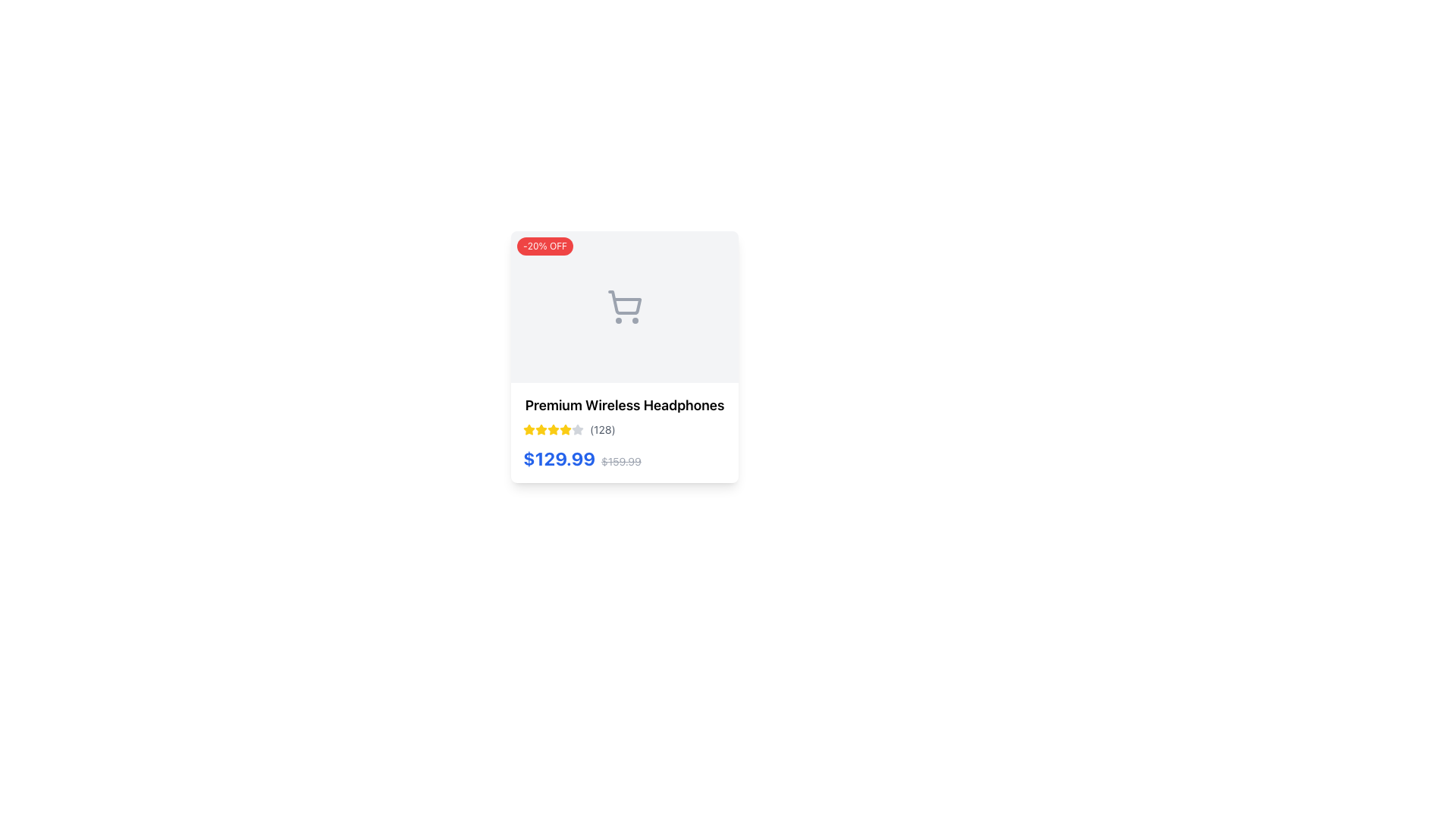 This screenshot has height=819, width=1456. I want to click on the yellow star icon, which is the third in a sequence of five star icons used for rating on the product information card, so click(541, 430).